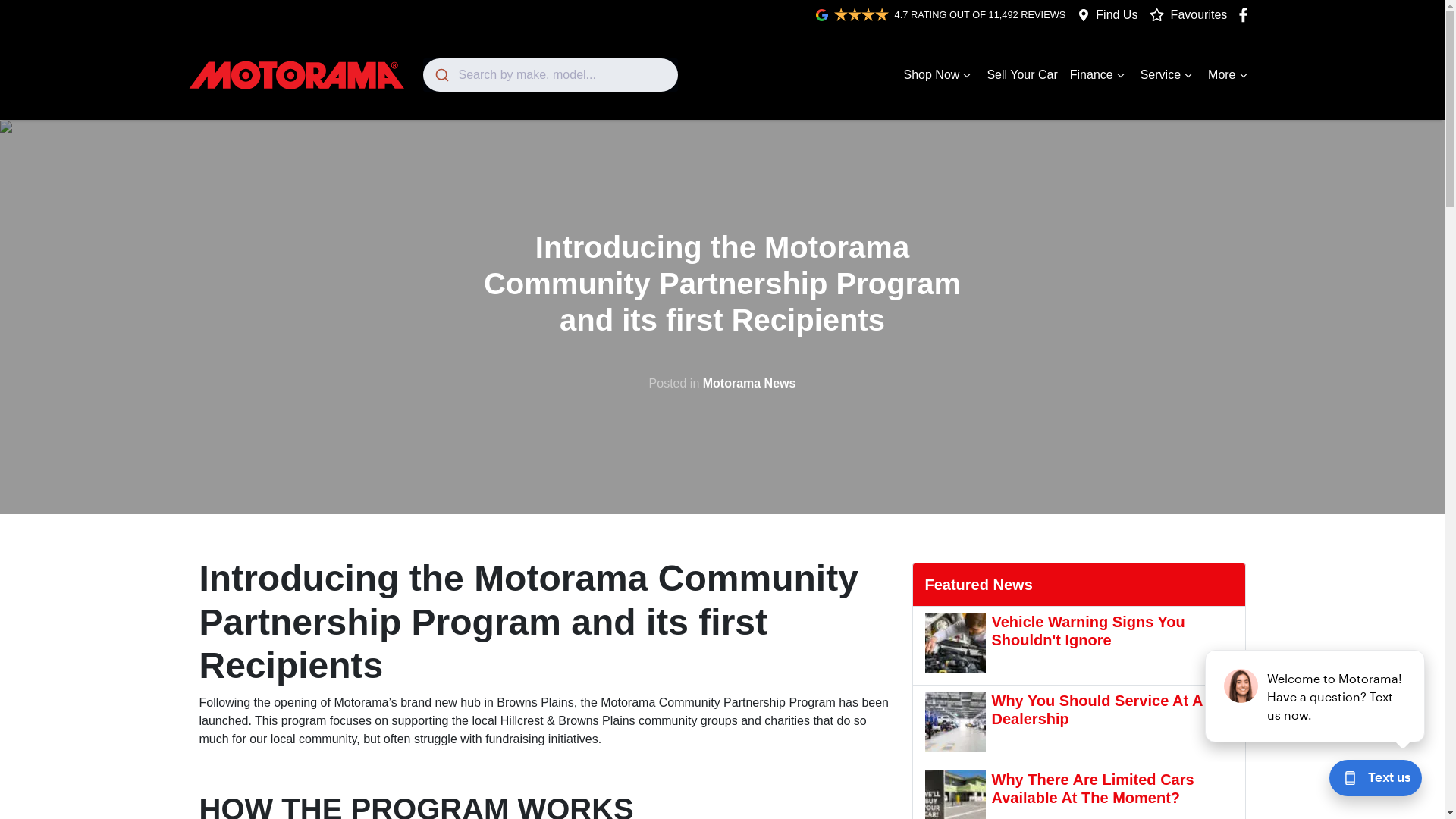 The image size is (1456, 819). What do you see at coordinates (1021, 75) in the screenshot?
I see `'Sell Your Car'` at bounding box center [1021, 75].